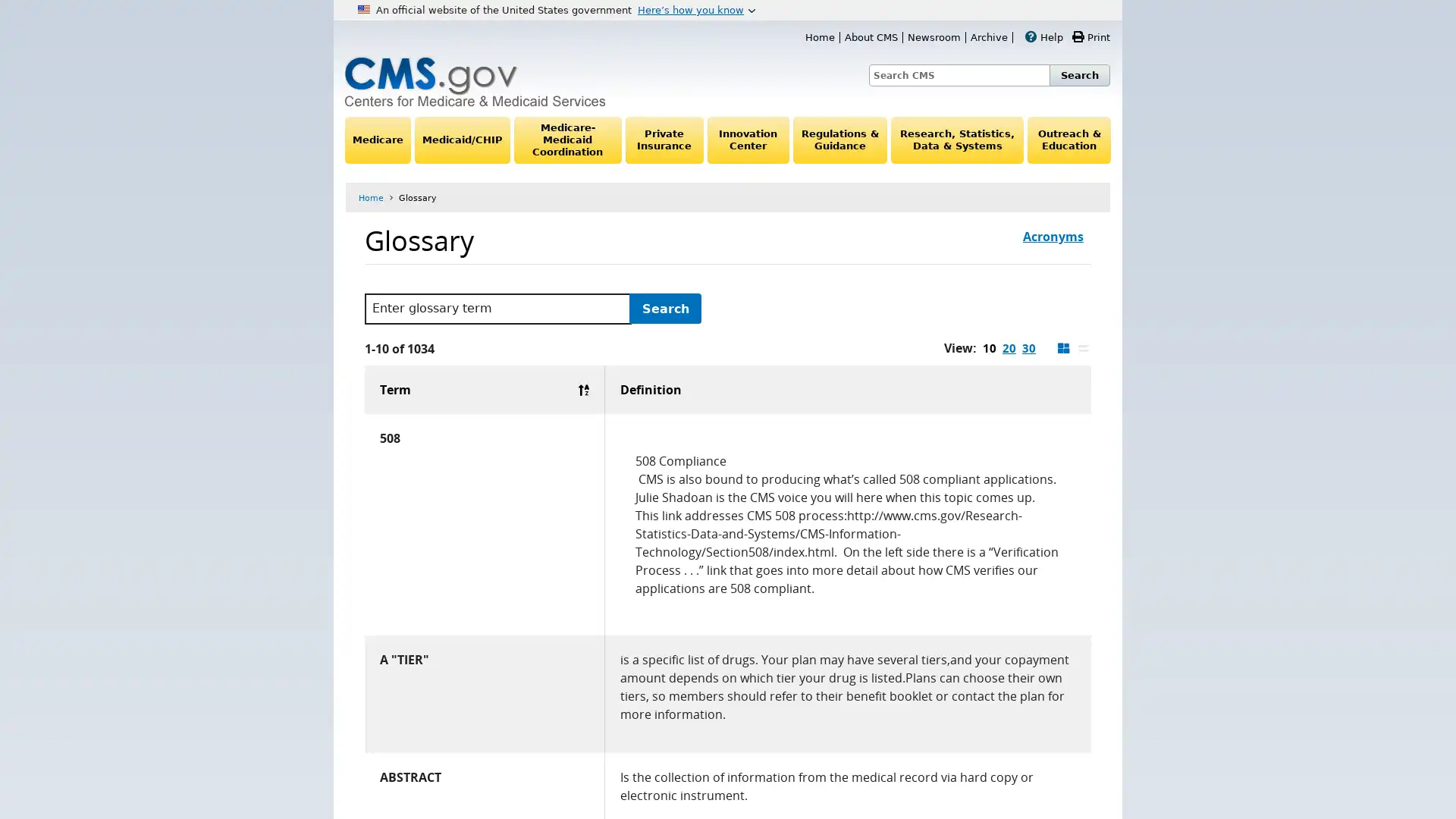 Image resolution: width=1456 pixels, height=819 pixels. Describe the element at coordinates (665, 308) in the screenshot. I see `Search` at that location.